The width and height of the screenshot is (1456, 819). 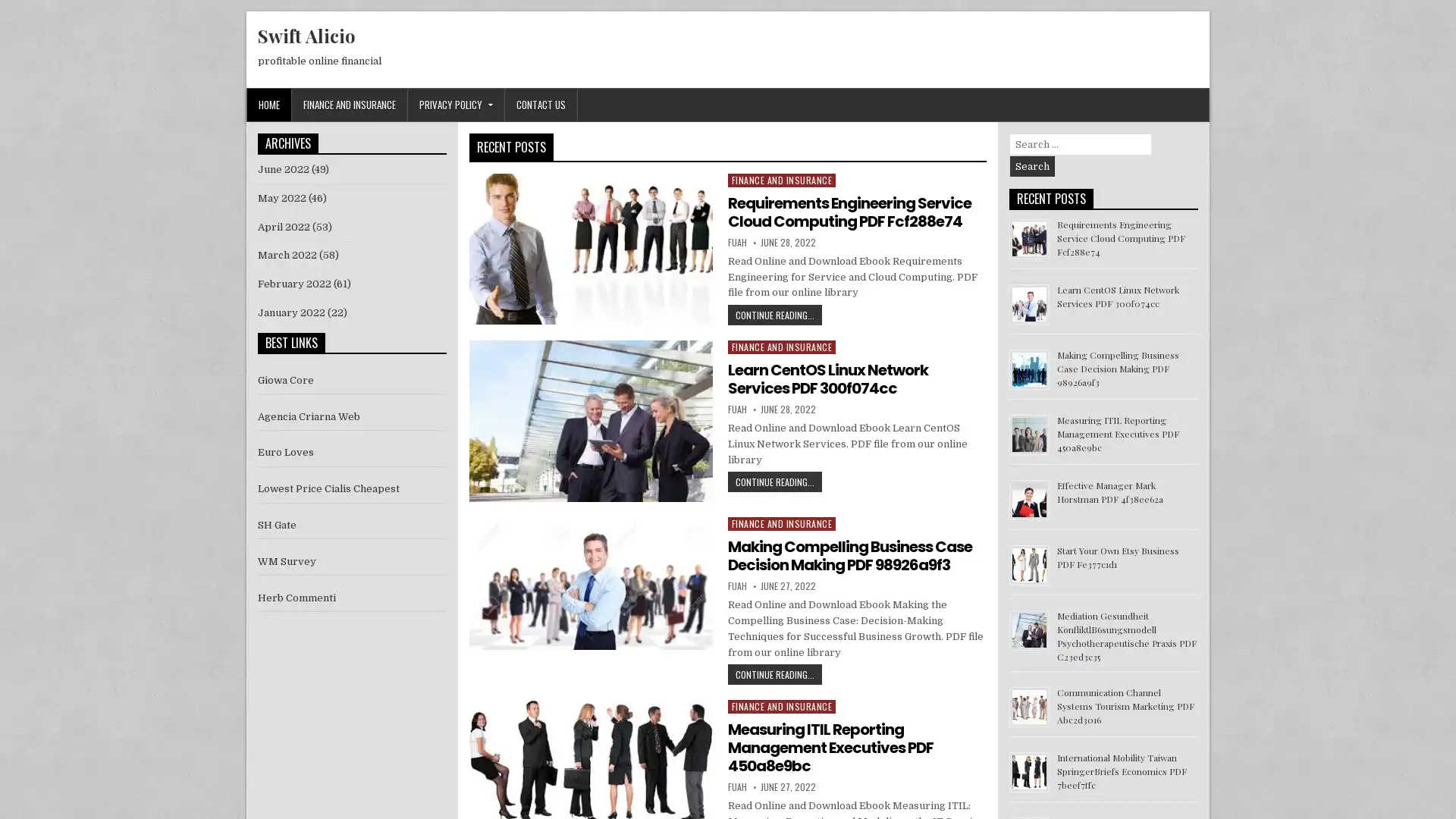 I want to click on Search, so click(x=1031, y=166).